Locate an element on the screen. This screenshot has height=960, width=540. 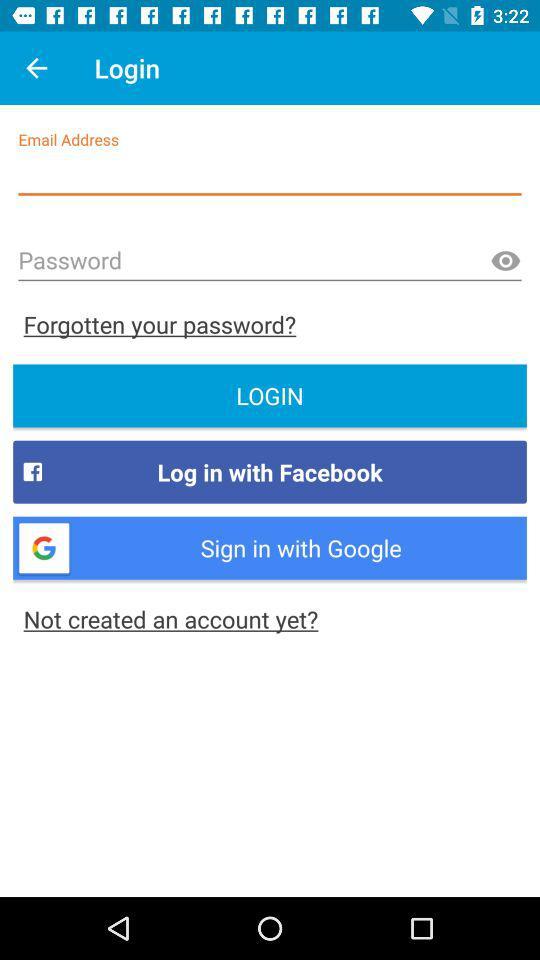
email address is located at coordinates (270, 174).